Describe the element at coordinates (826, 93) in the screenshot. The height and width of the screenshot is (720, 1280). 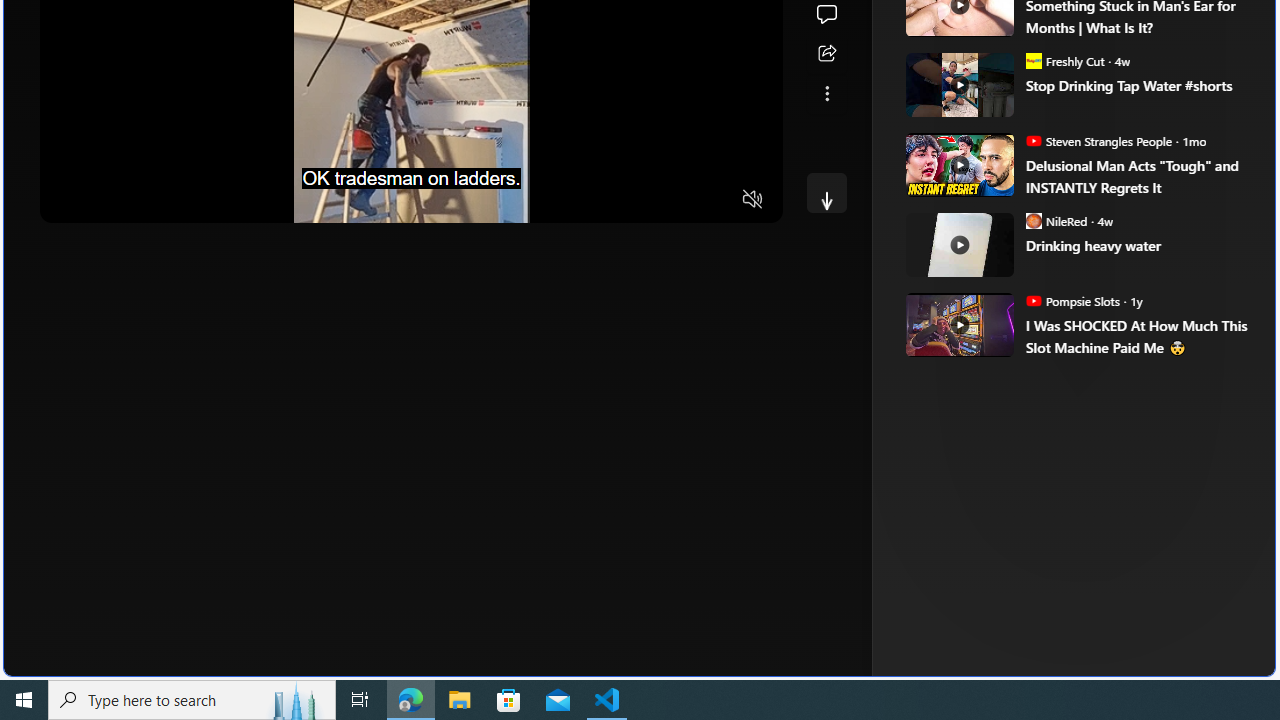
I see `'See more'` at that location.